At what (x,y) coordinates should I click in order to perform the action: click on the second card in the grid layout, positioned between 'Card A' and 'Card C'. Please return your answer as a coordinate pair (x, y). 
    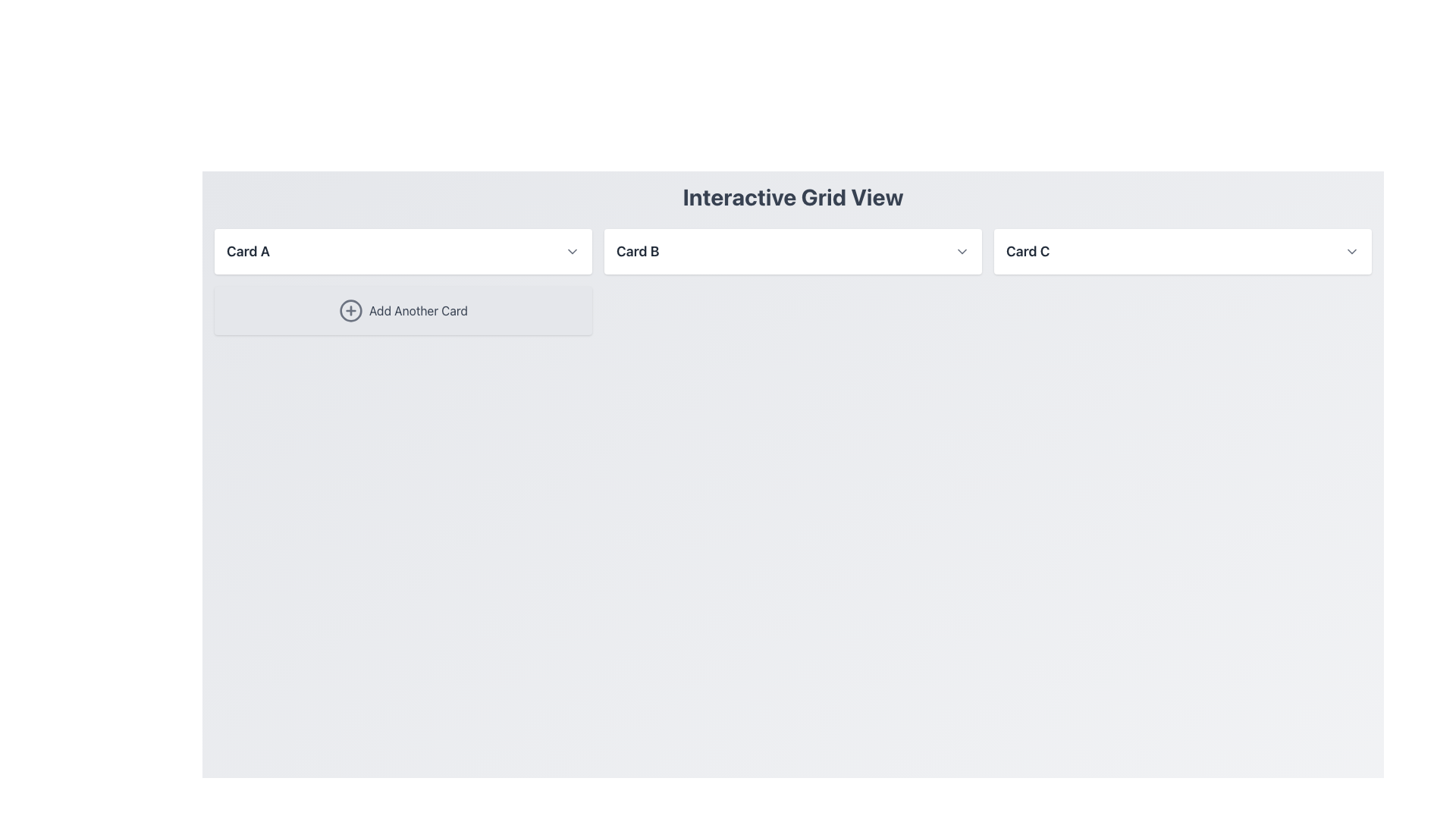
    Looking at the image, I should click on (792, 250).